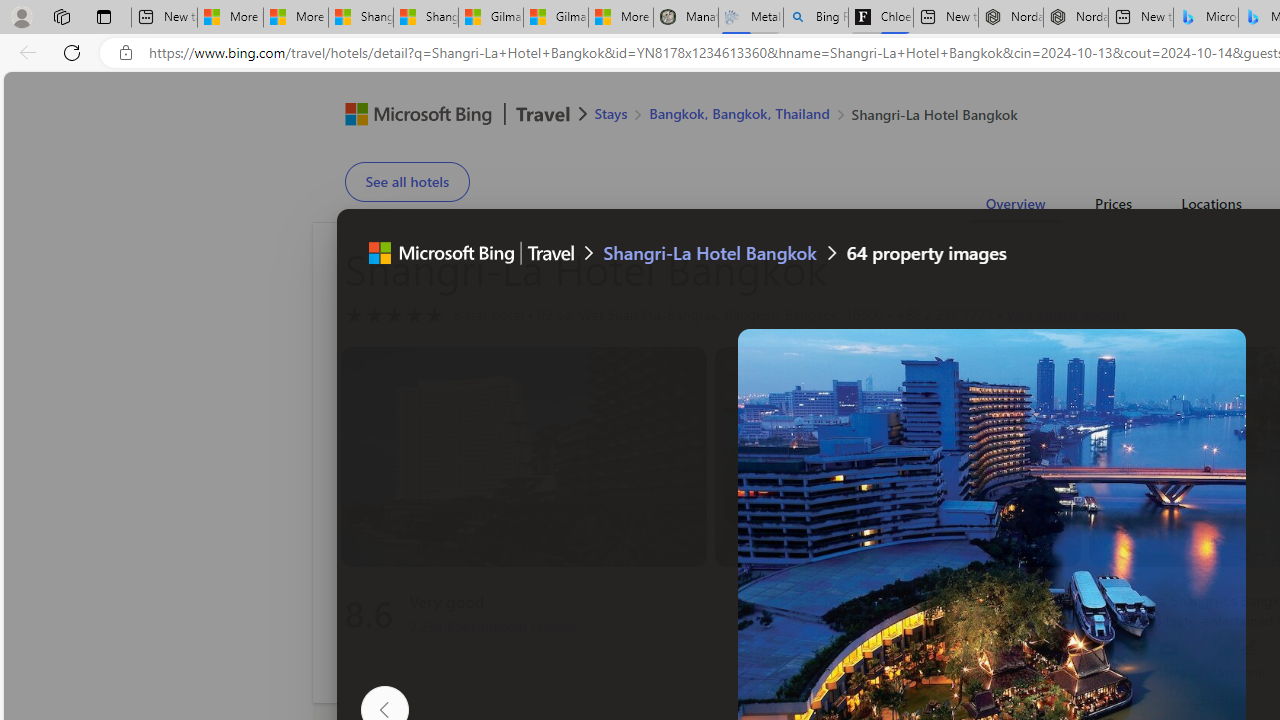 The image size is (1280, 720). Describe the element at coordinates (555, 17) in the screenshot. I see `'Gilma and Hector both pose tropical trouble for Hawaii'` at that location.